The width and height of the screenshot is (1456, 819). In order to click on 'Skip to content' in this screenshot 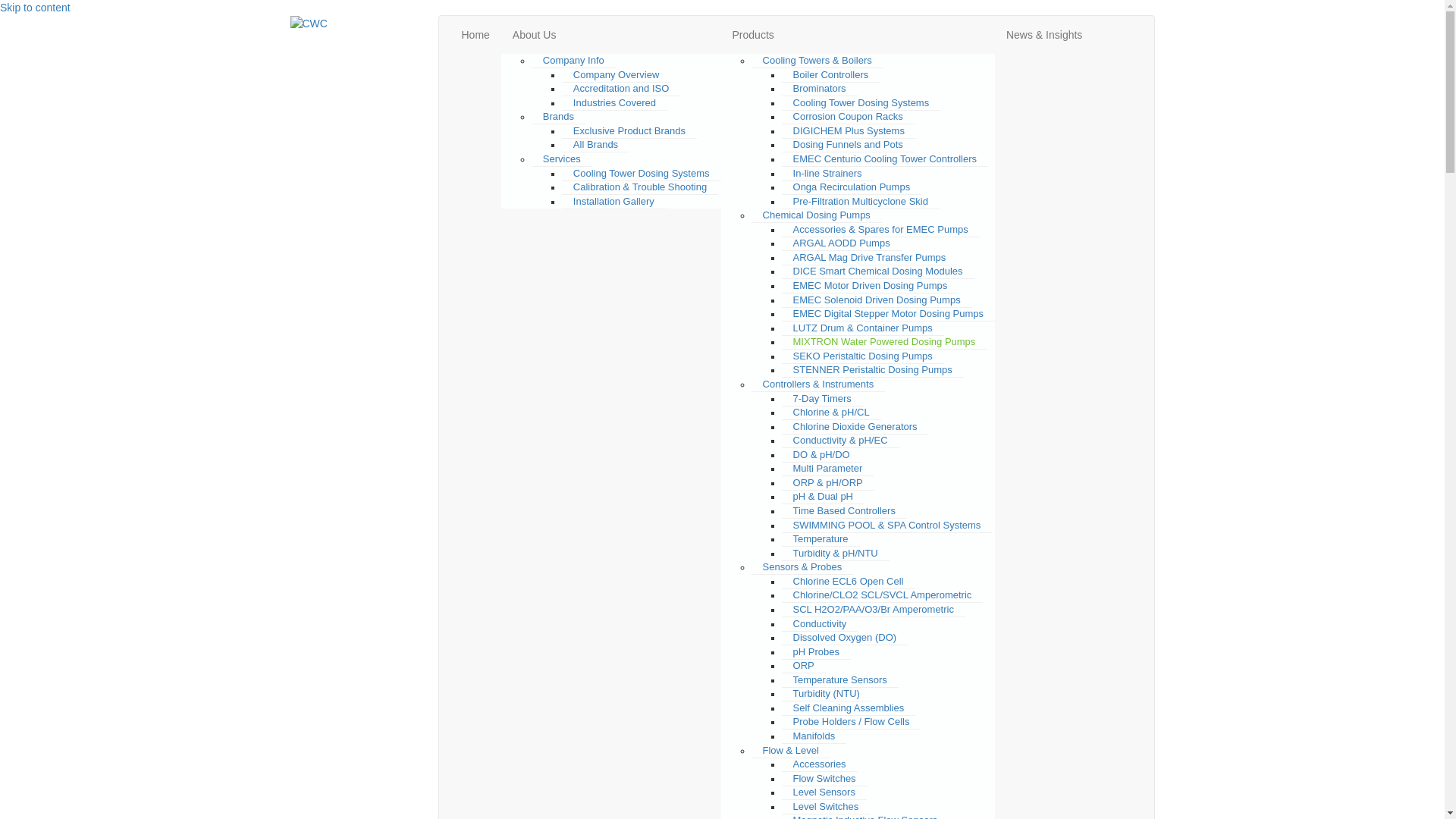, I will do `click(0, 8)`.